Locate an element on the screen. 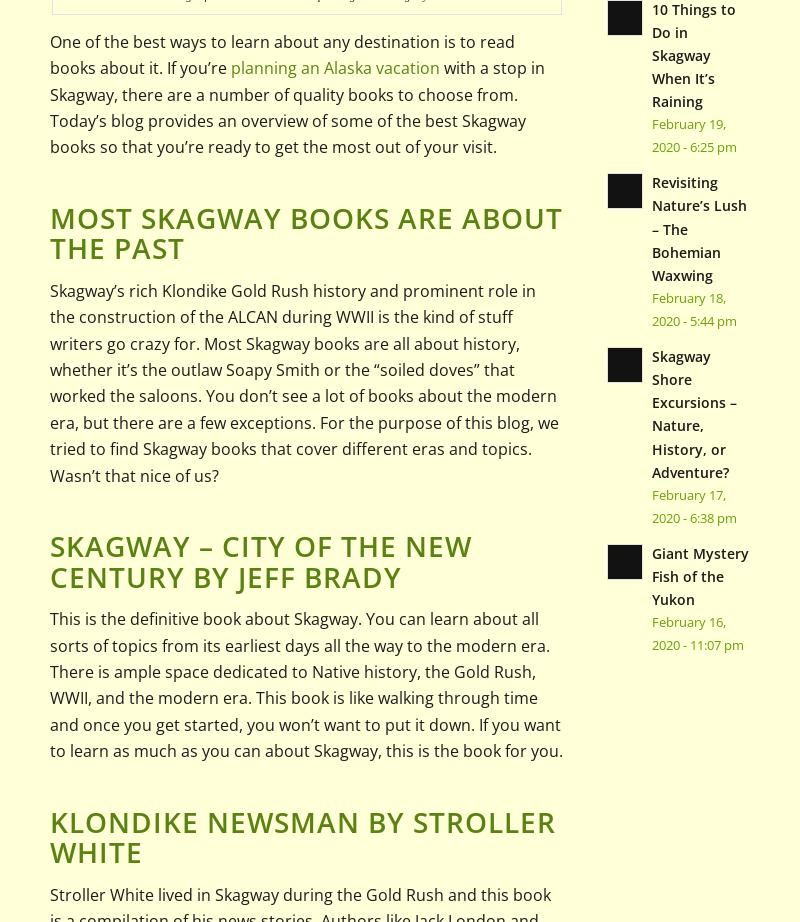 This screenshot has height=922, width=800. 'Klondike Newsman by Stroller White' is located at coordinates (49, 835).